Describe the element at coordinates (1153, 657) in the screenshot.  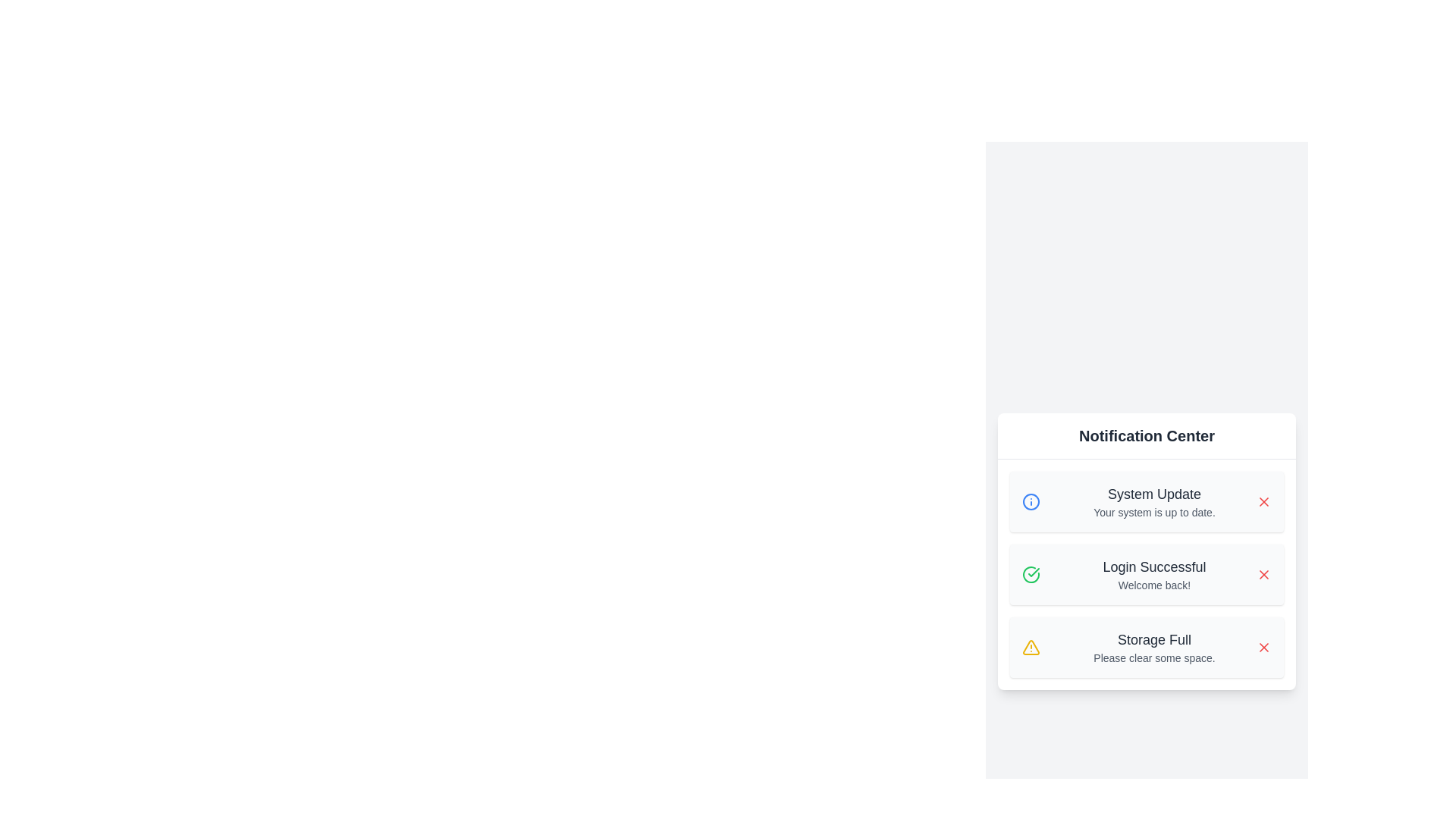
I see `supplementary information provided in the Text Label located below the 'Storage Full' notification in the Notification Center` at that location.